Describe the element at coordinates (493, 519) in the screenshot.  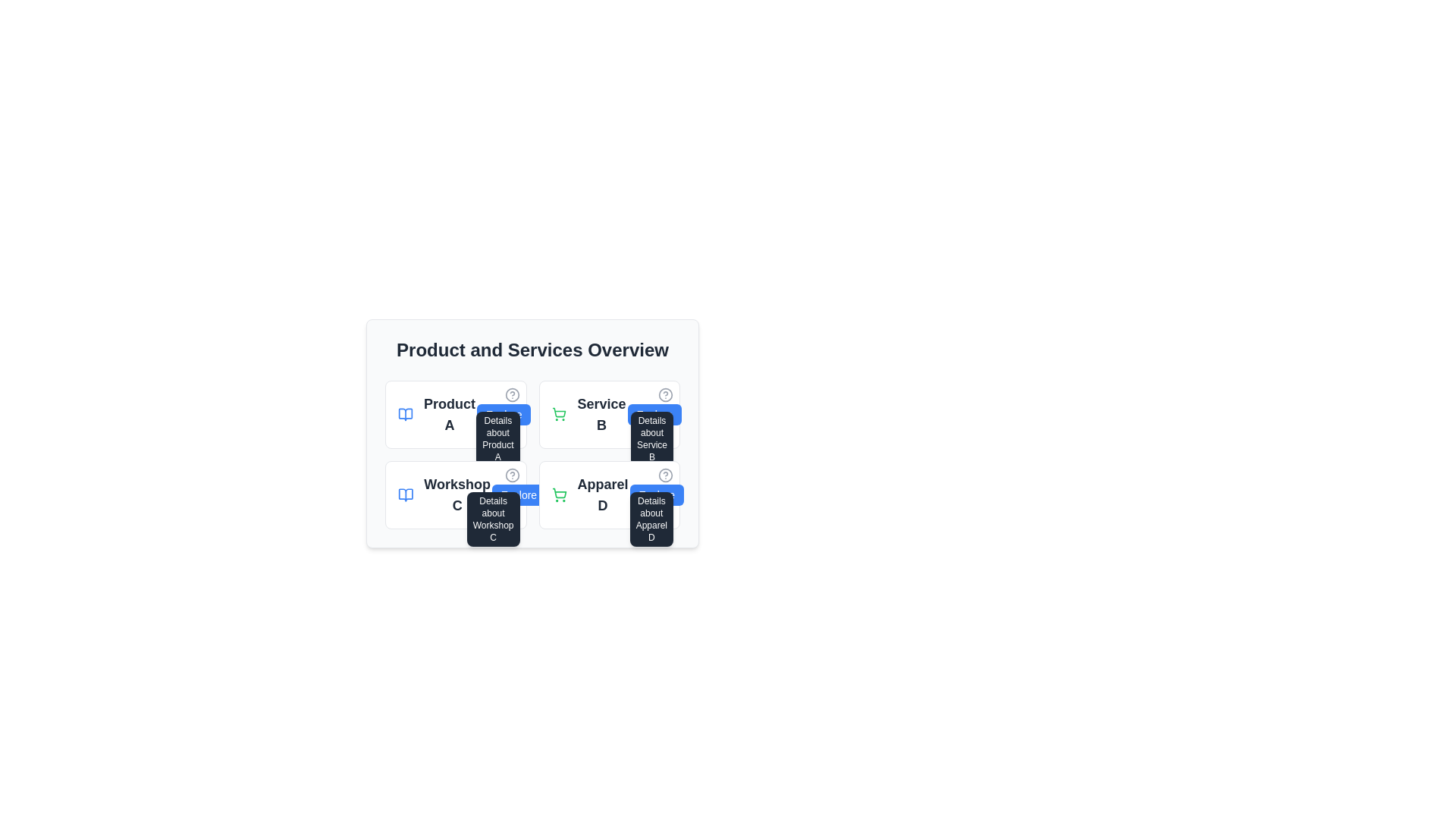
I see `the informational tooltip that provides details related to 'Workshop C', positioned below and slightly to the left of the associated question mark icon` at that location.